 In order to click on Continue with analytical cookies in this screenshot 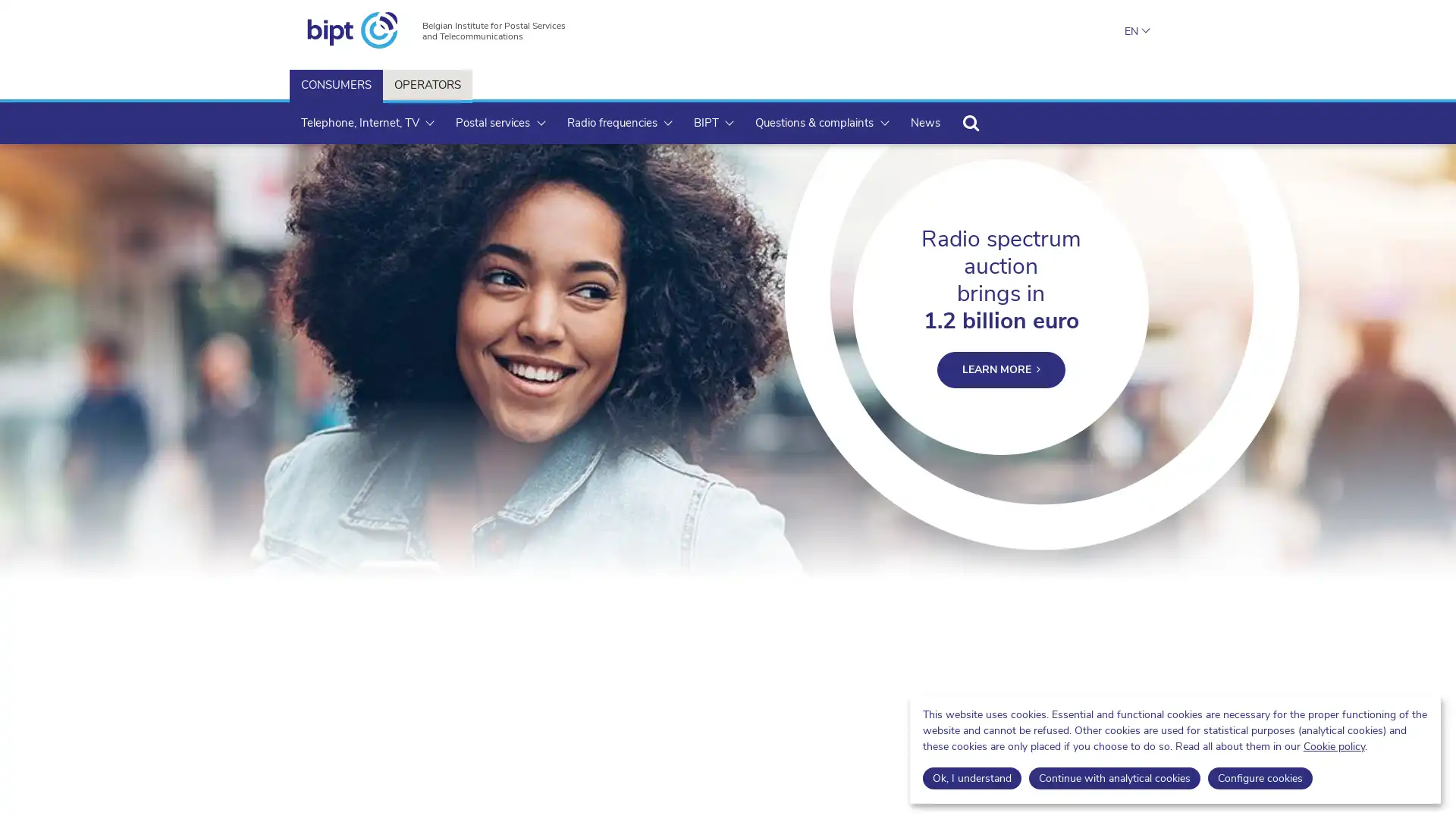, I will do `click(1113, 778)`.